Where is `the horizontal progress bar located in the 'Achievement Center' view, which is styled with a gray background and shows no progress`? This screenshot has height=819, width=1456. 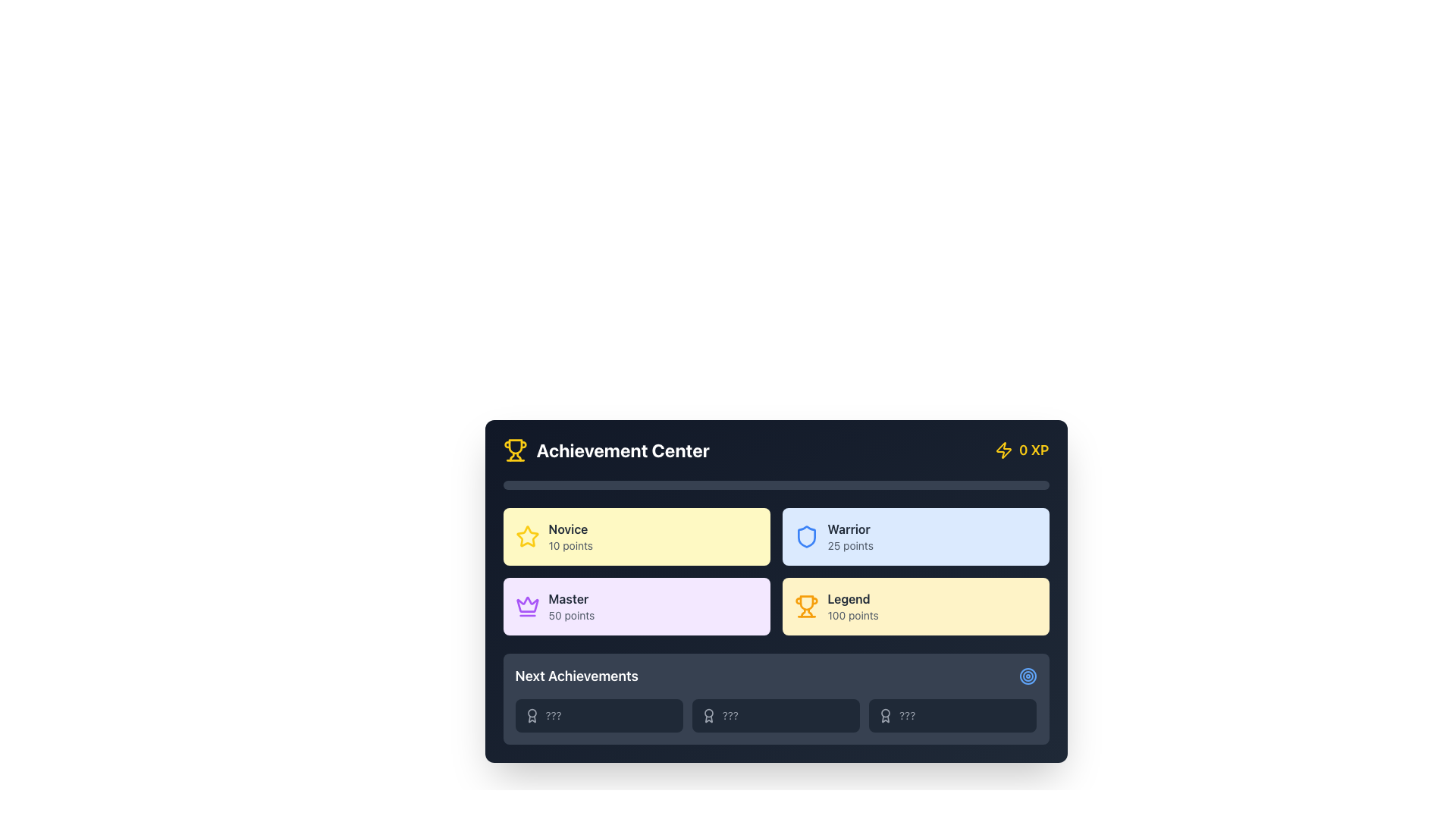 the horizontal progress bar located in the 'Achievement Center' view, which is styled with a gray background and shows no progress is located at coordinates (776, 485).